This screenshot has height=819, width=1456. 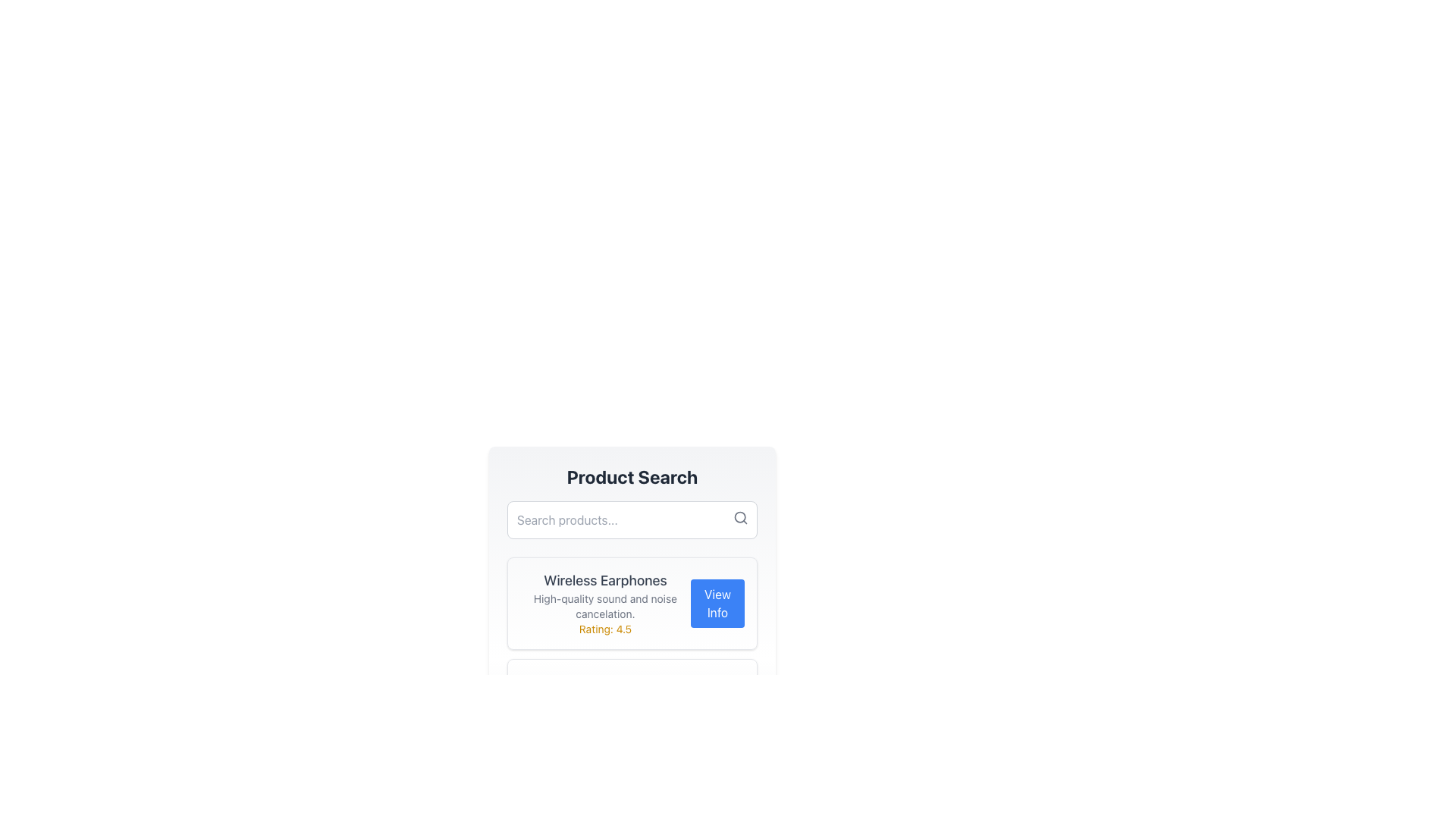 I want to click on text label displaying the rating 'Rating: 4.5' in yellow color, located beneath the product description for 'Wireless Earphones', so click(x=604, y=629).